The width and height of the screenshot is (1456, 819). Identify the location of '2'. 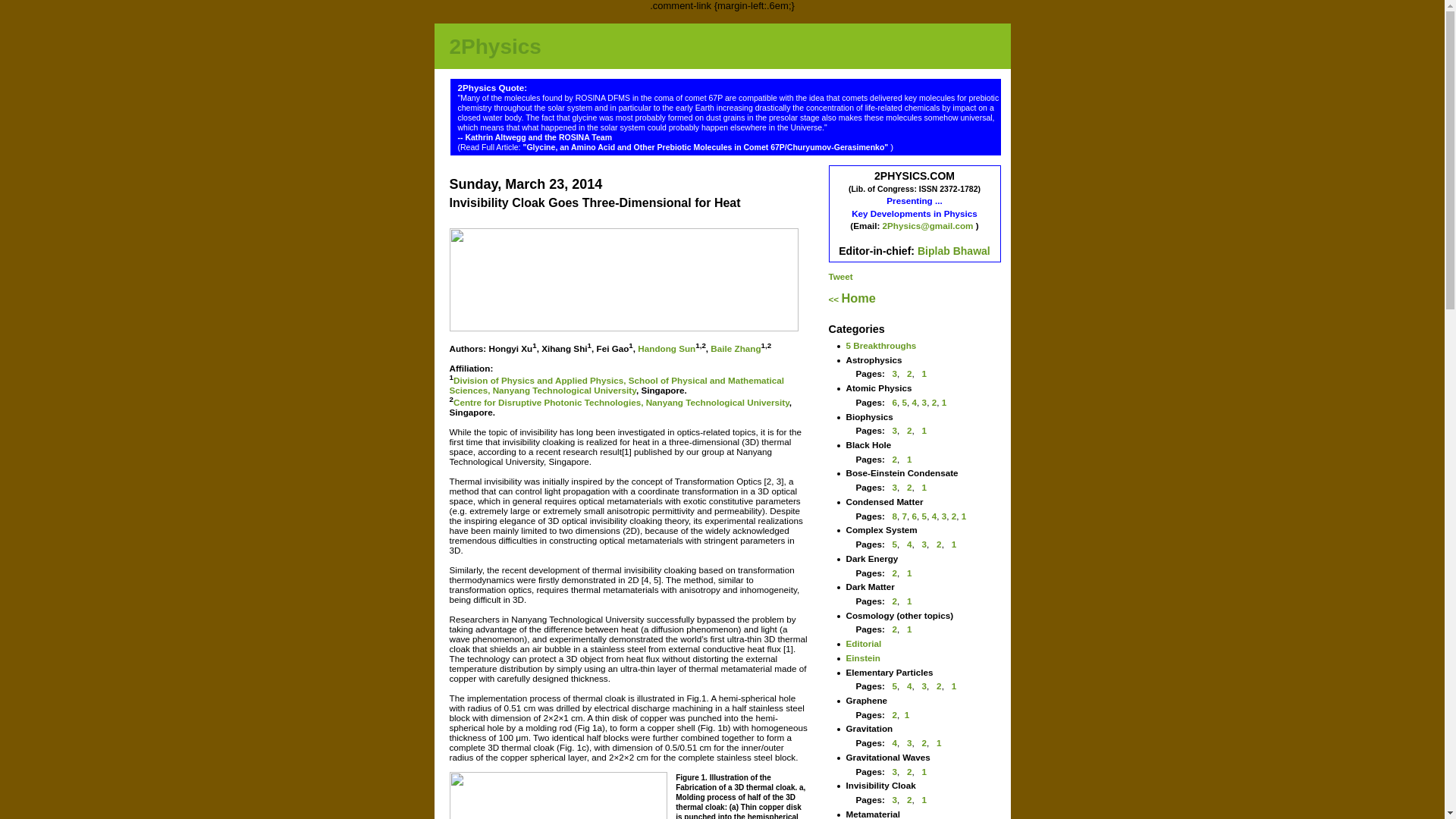
(892, 572).